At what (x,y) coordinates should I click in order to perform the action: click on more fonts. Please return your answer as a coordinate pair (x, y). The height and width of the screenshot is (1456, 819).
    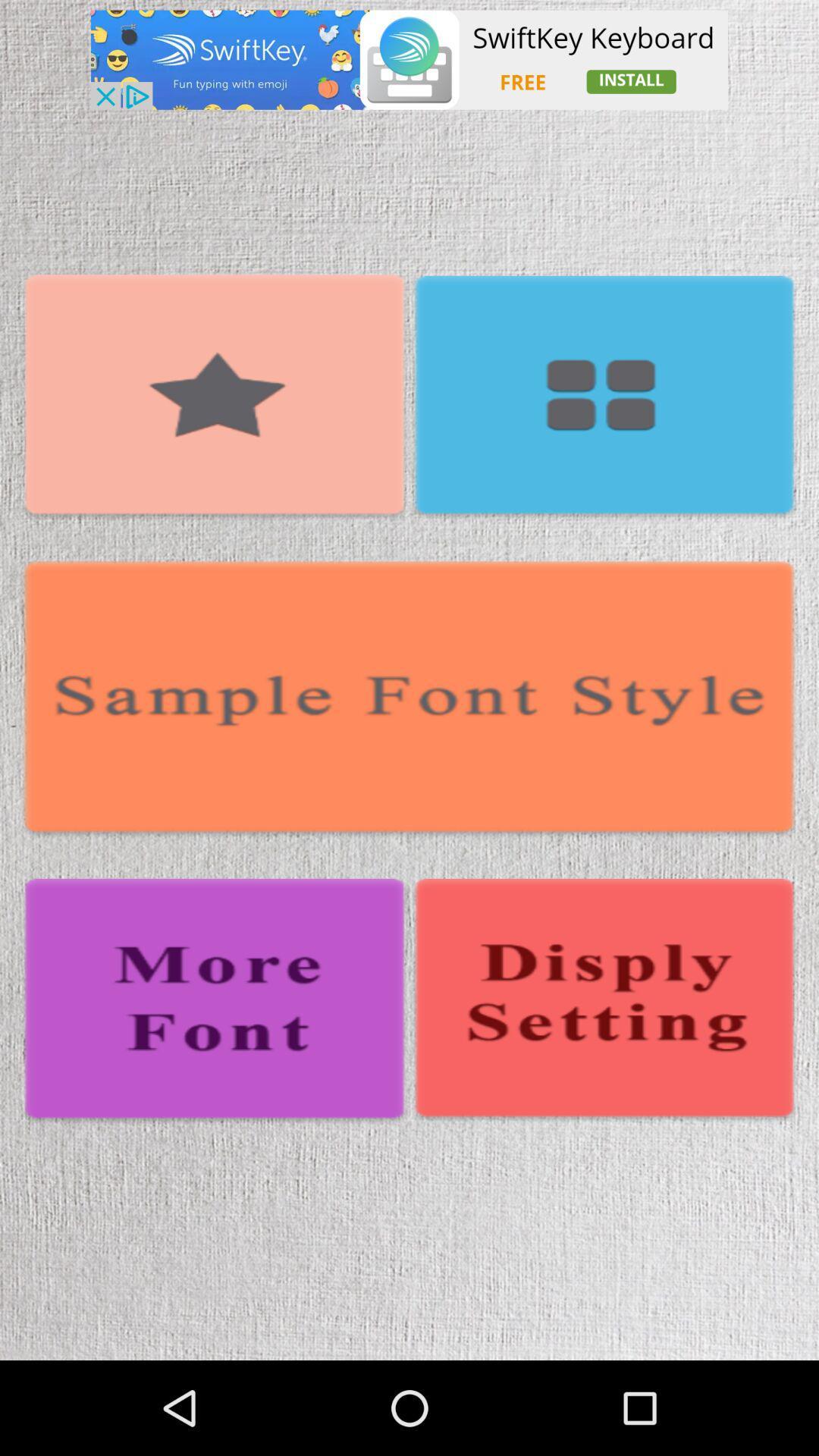
    Looking at the image, I should click on (215, 1002).